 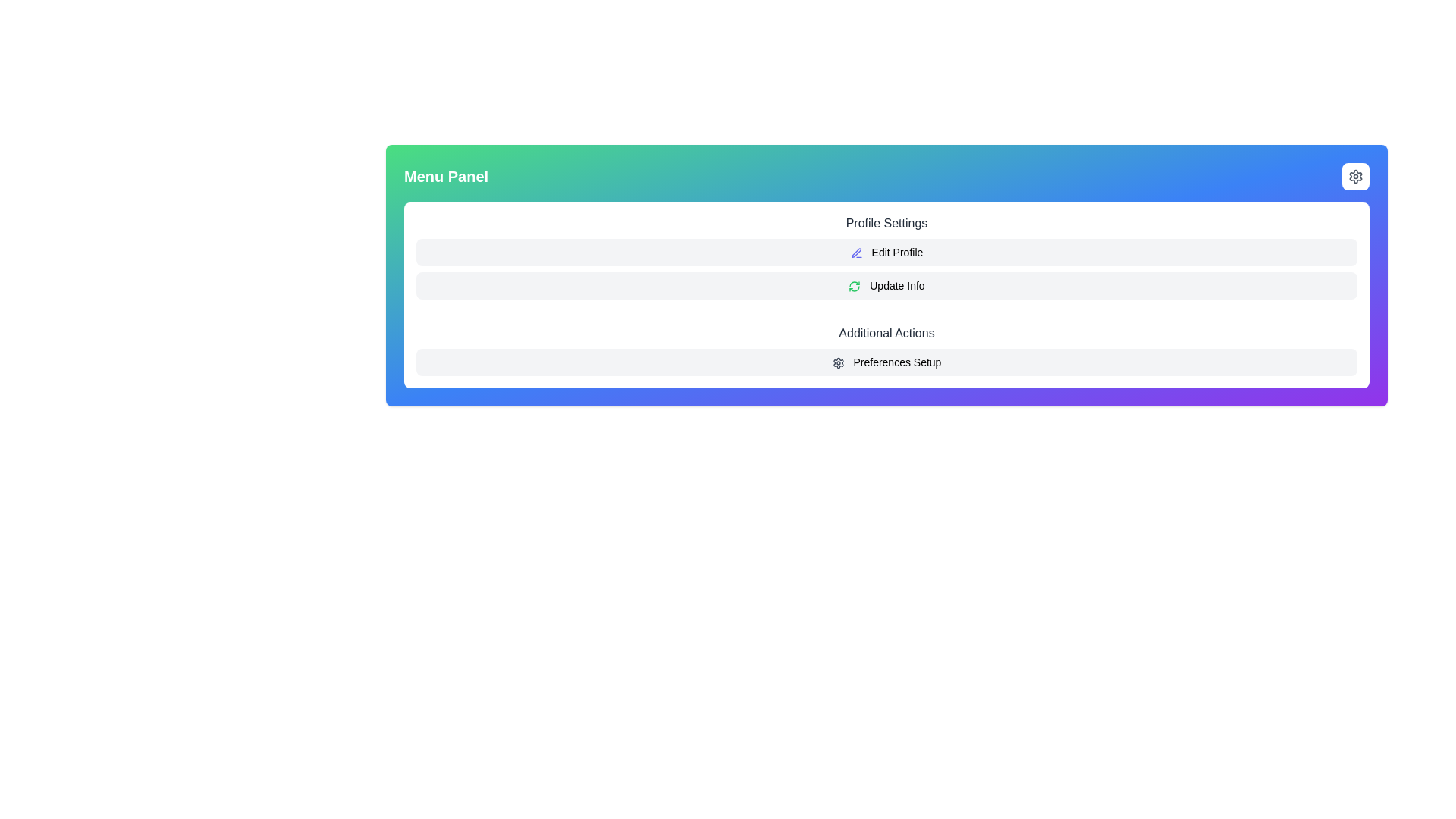 What do you see at coordinates (886, 362) in the screenshot?
I see `the button located in the 'Additional Actions' section, immediately below the title` at bounding box center [886, 362].